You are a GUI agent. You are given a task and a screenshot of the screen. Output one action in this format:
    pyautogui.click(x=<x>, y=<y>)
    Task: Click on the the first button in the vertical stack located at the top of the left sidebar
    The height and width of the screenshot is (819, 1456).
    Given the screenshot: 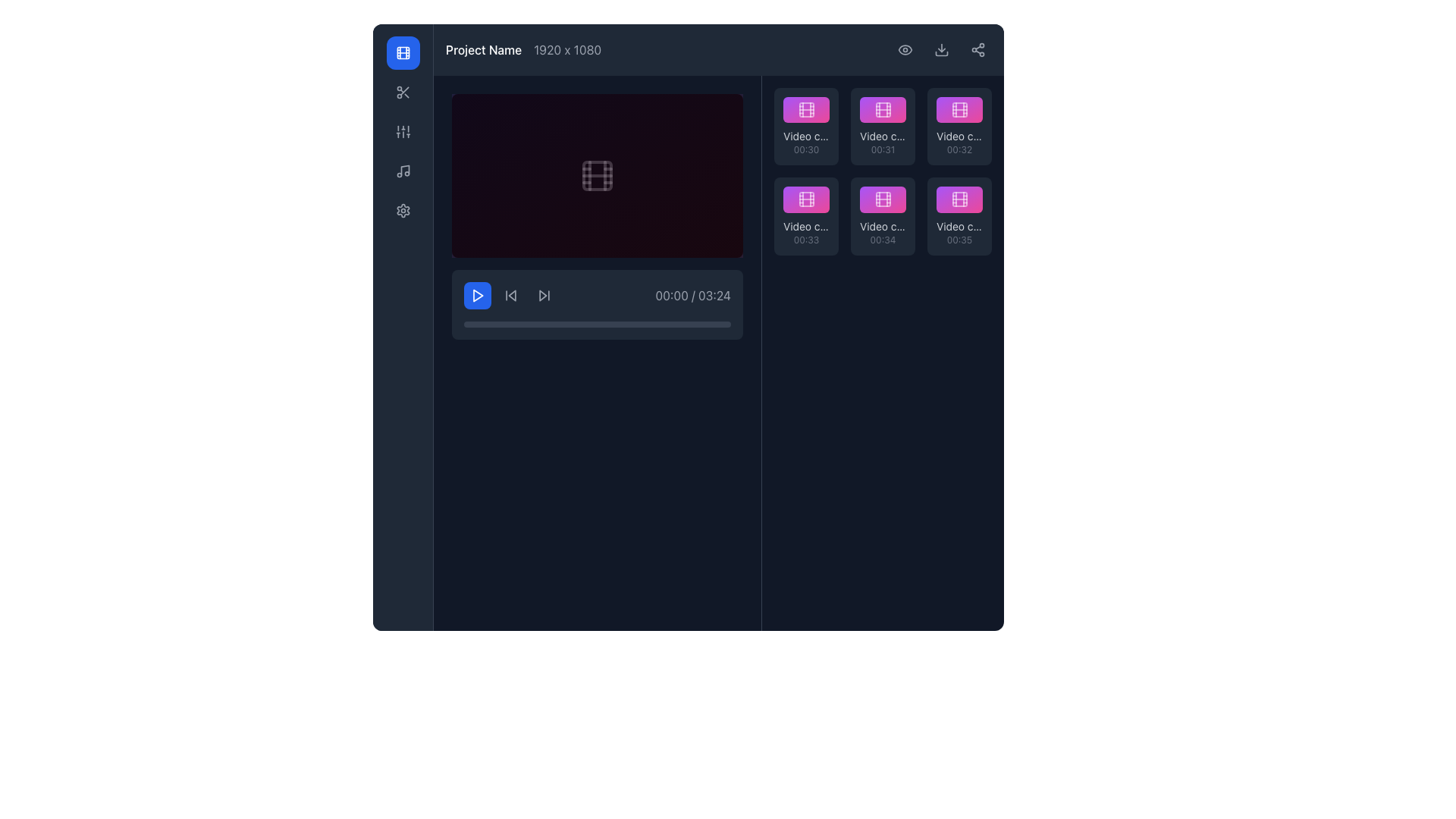 What is the action you would take?
    pyautogui.click(x=403, y=52)
    